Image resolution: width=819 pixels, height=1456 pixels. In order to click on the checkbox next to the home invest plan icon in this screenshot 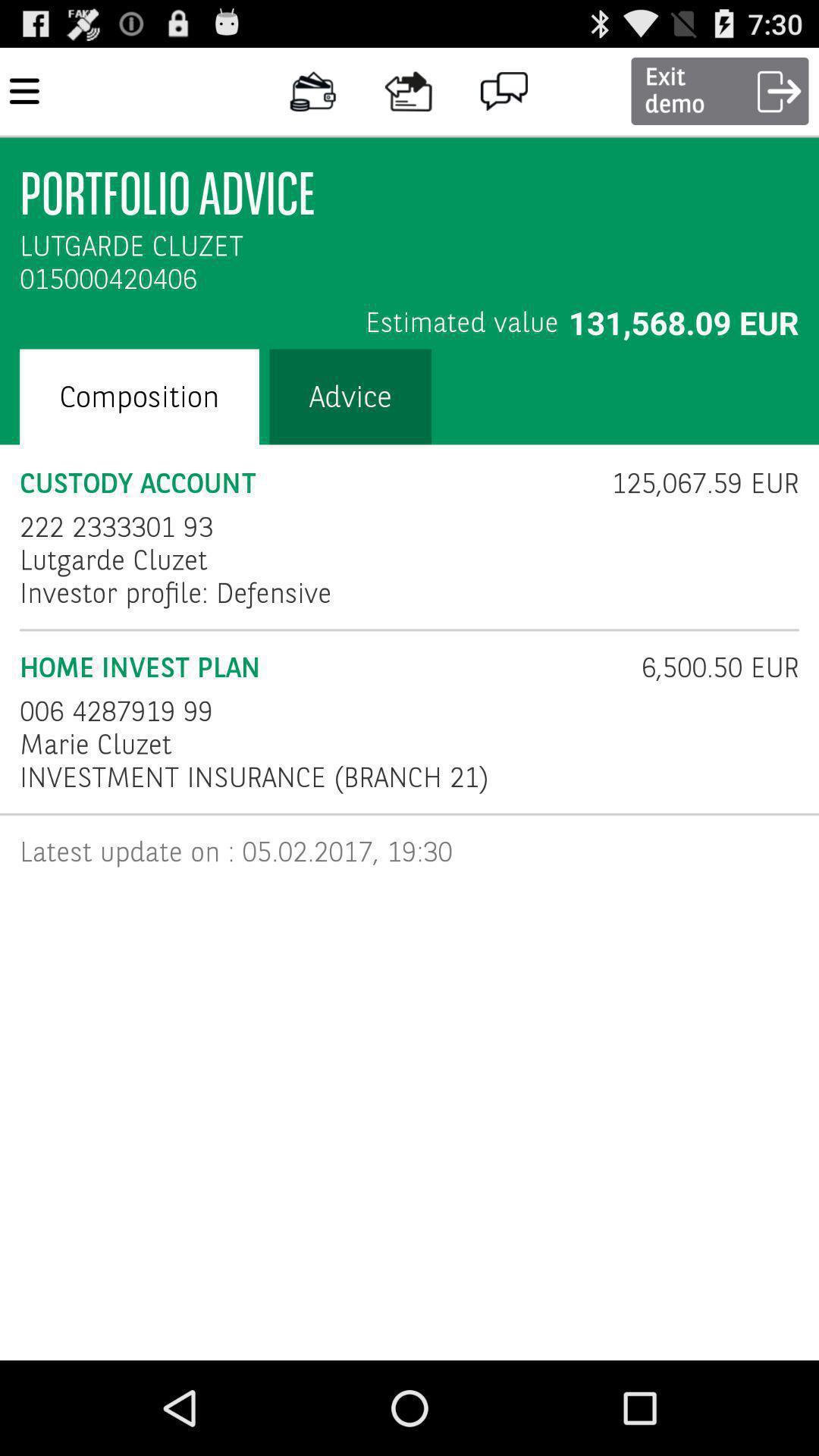, I will do `click(710, 667)`.